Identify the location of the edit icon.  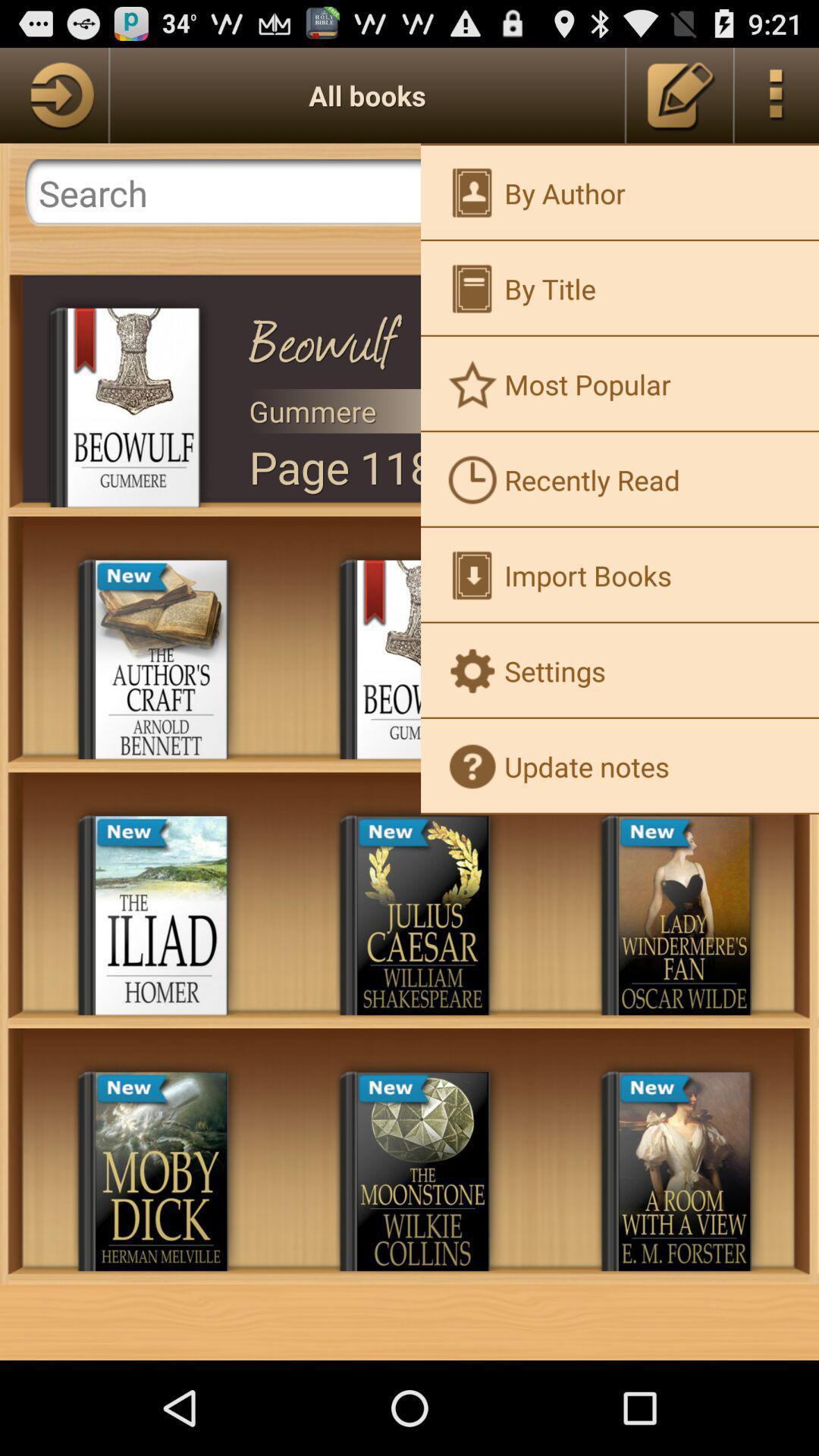
(679, 101).